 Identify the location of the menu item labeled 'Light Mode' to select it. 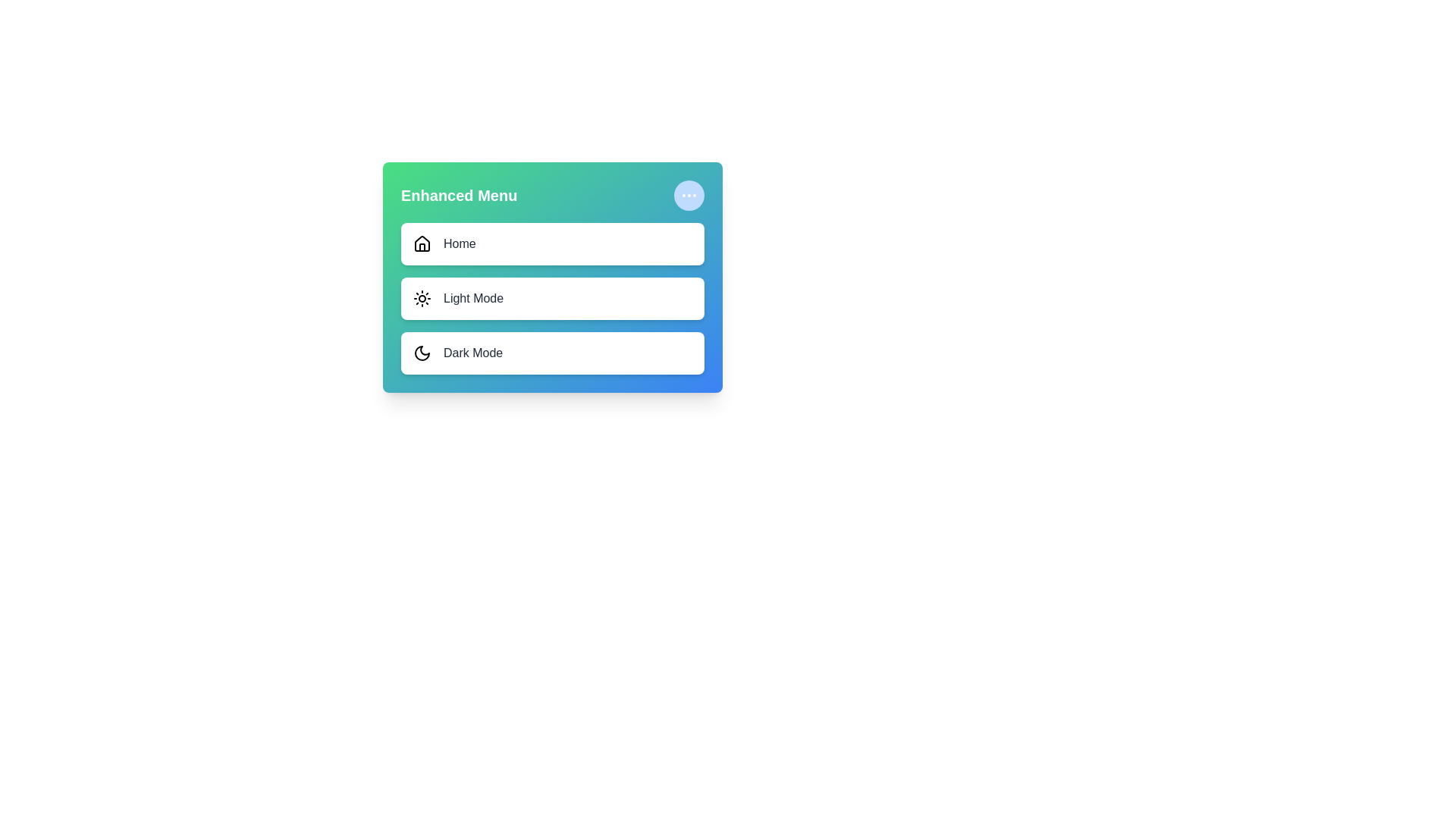
(552, 298).